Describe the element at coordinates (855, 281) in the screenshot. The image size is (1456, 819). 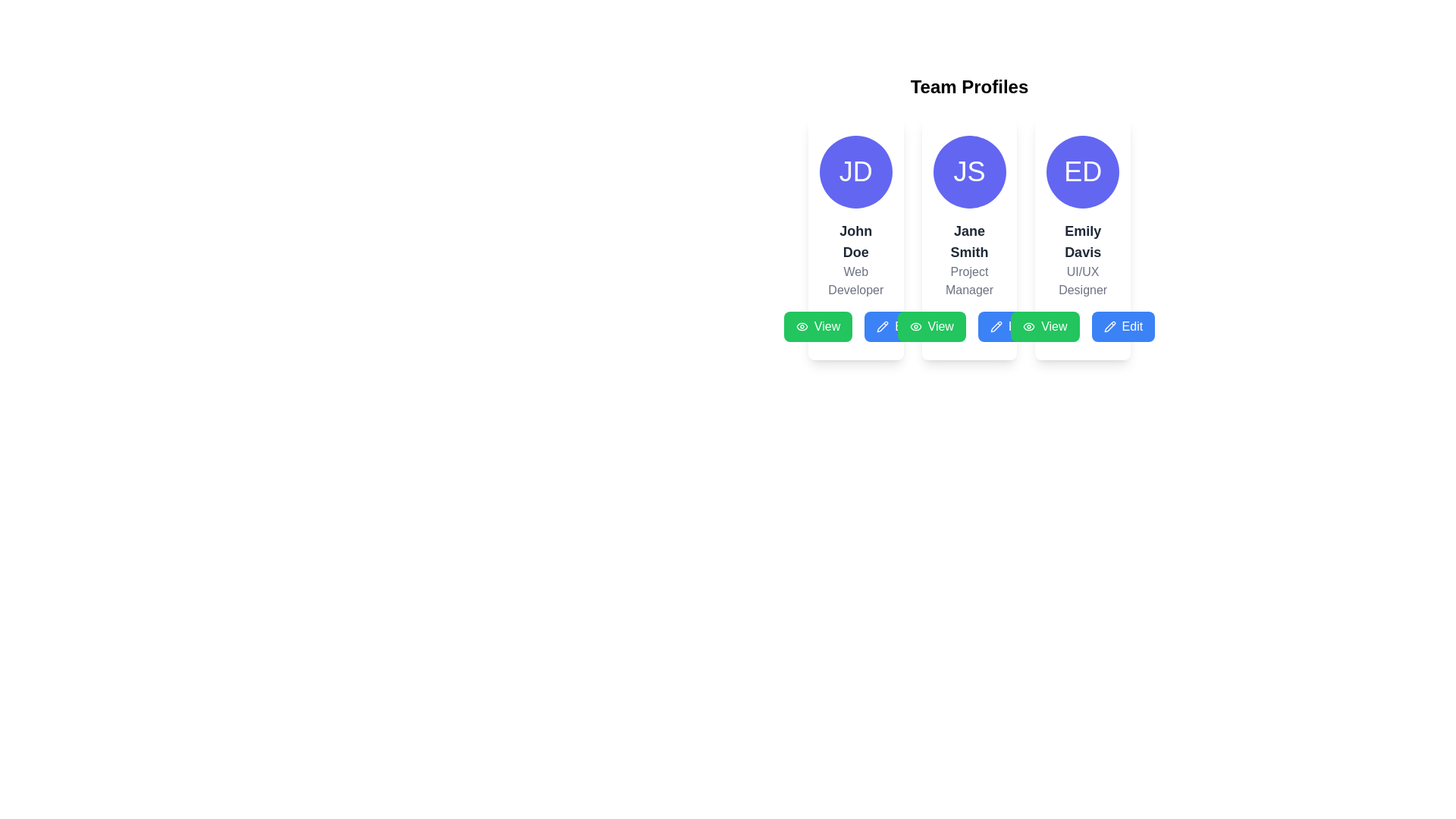
I see `the text label displaying 'Web Developer', which is positioned below 'John Doe' and above the action buttons in the user information card` at that location.